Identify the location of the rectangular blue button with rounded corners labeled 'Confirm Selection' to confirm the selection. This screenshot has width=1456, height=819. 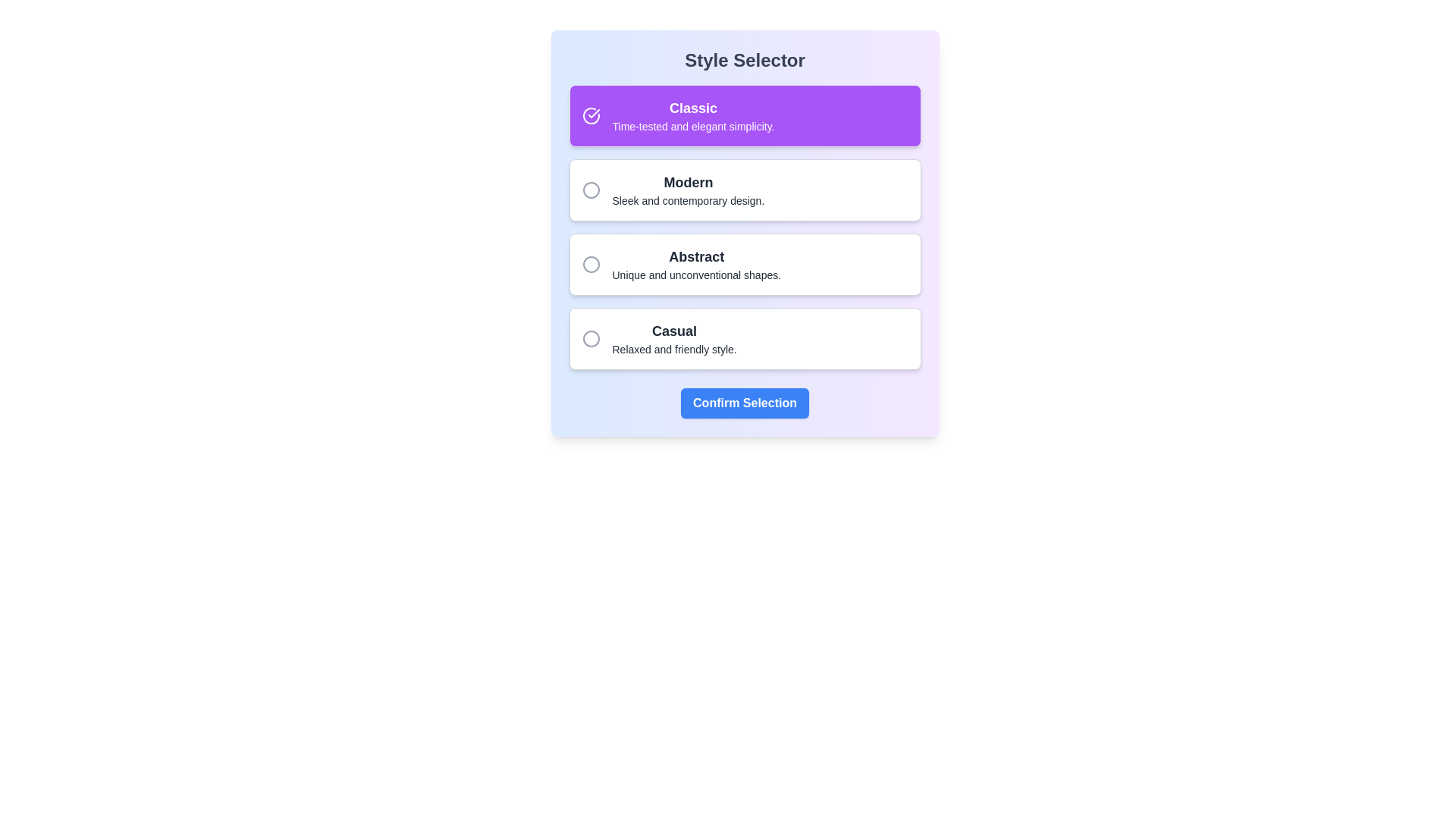
(745, 403).